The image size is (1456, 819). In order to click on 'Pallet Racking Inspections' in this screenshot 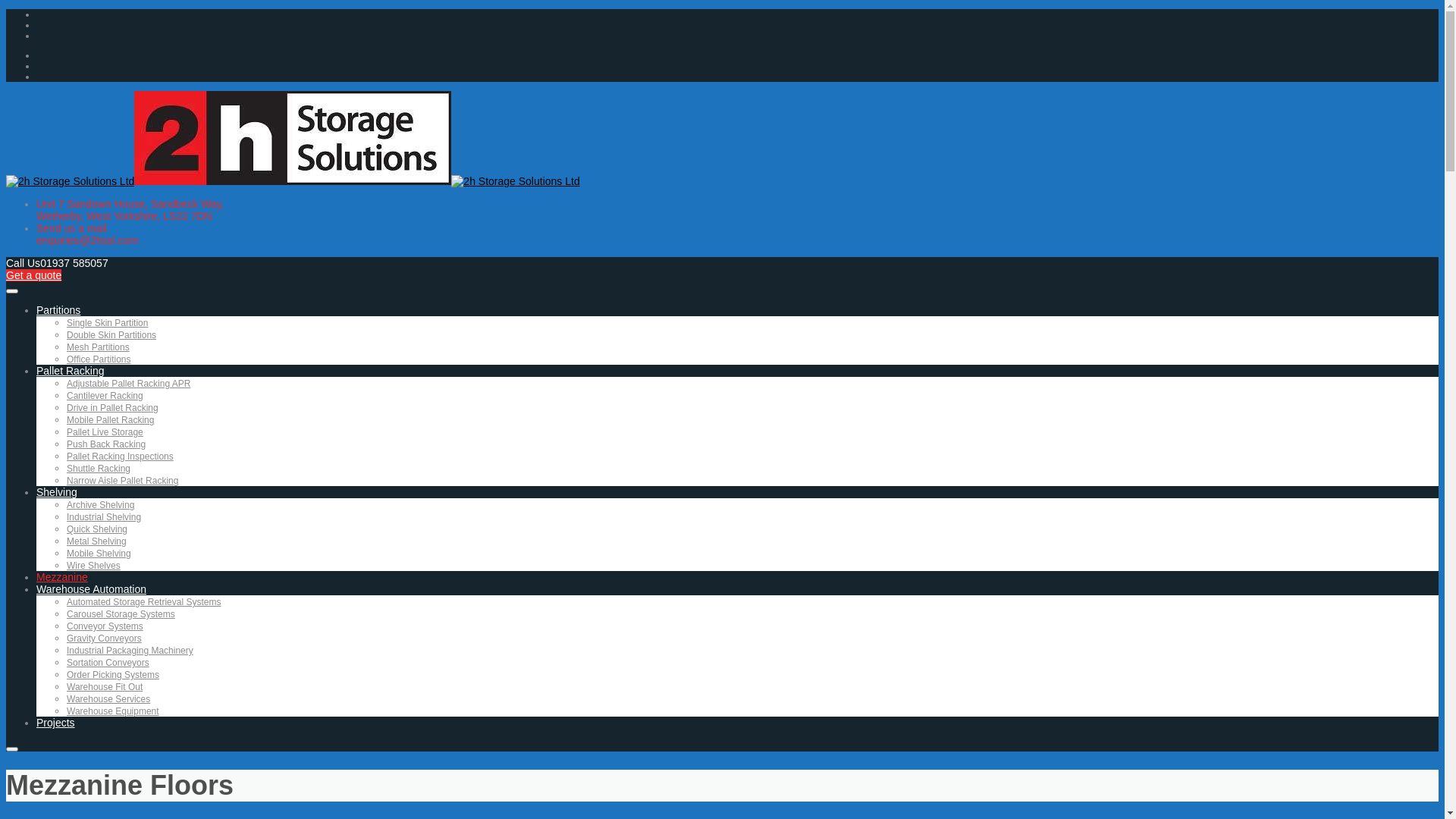, I will do `click(65, 455)`.